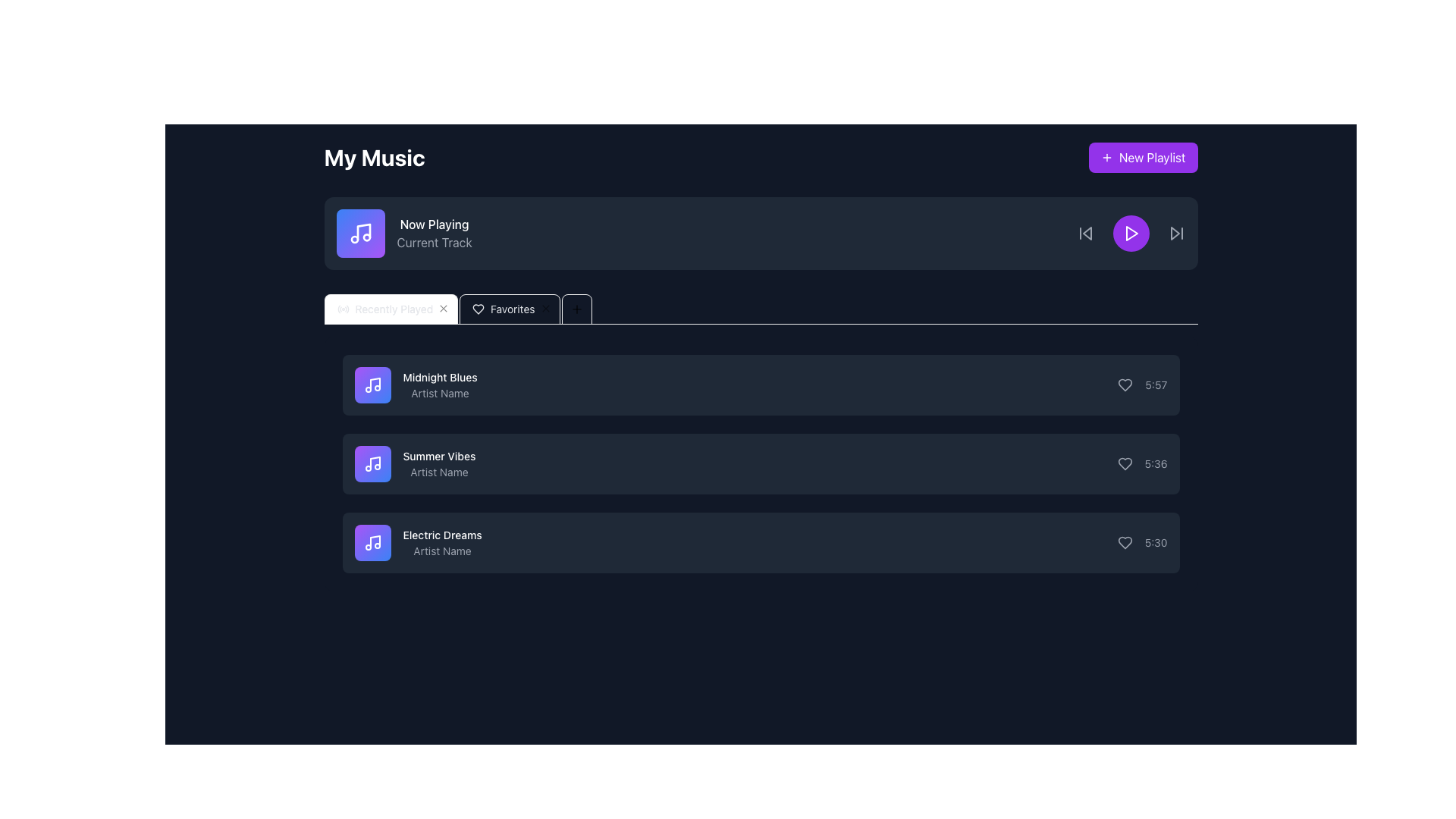  I want to click on the heart icon in the bottom-right corner of the 'Electric Dreams' track to favorite or unfavorite the track, so click(1125, 542).